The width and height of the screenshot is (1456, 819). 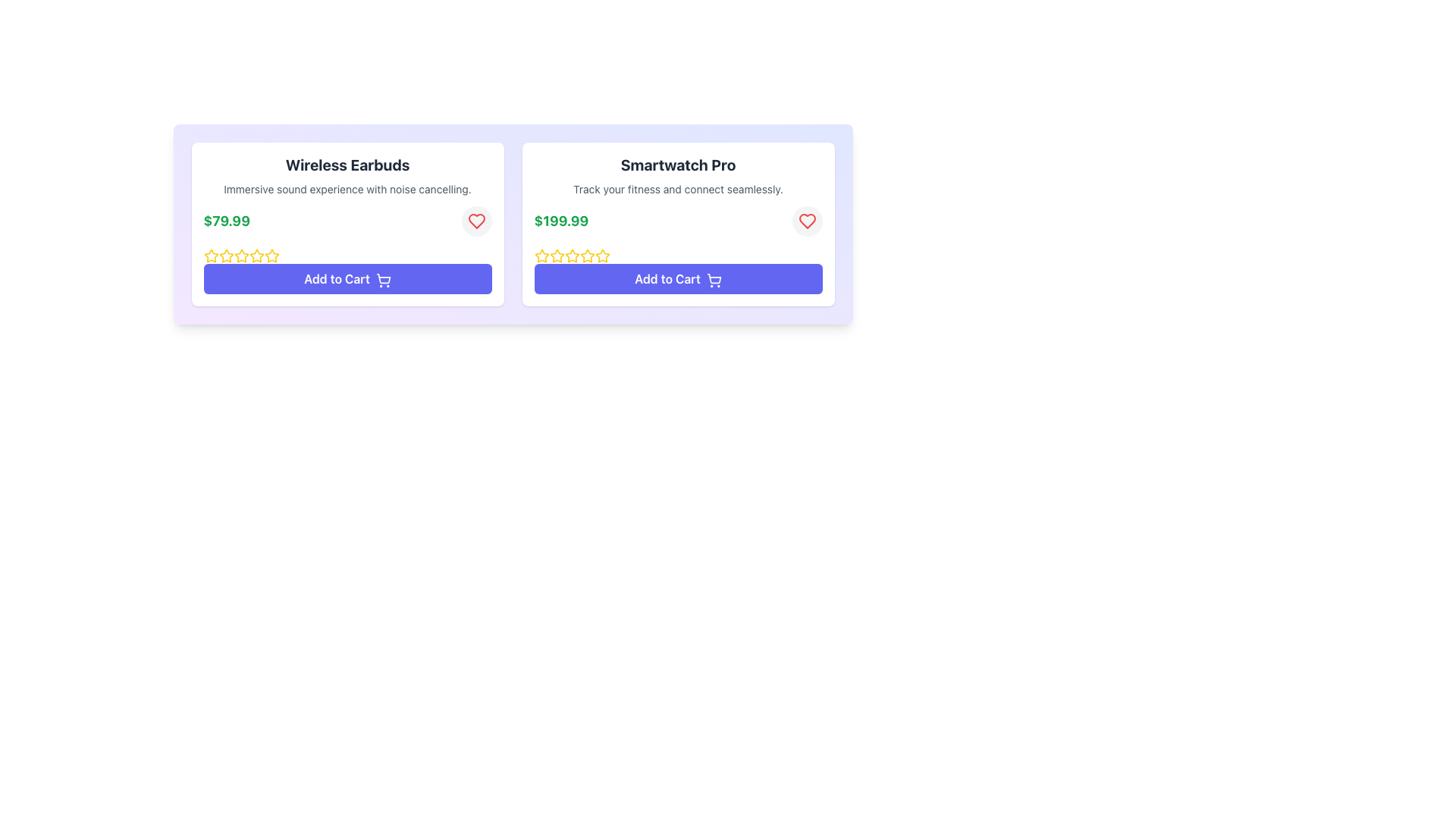 What do you see at coordinates (677, 278) in the screenshot?
I see `the 'Add to Cart' button with a purple background and a shopping cart icon` at bounding box center [677, 278].